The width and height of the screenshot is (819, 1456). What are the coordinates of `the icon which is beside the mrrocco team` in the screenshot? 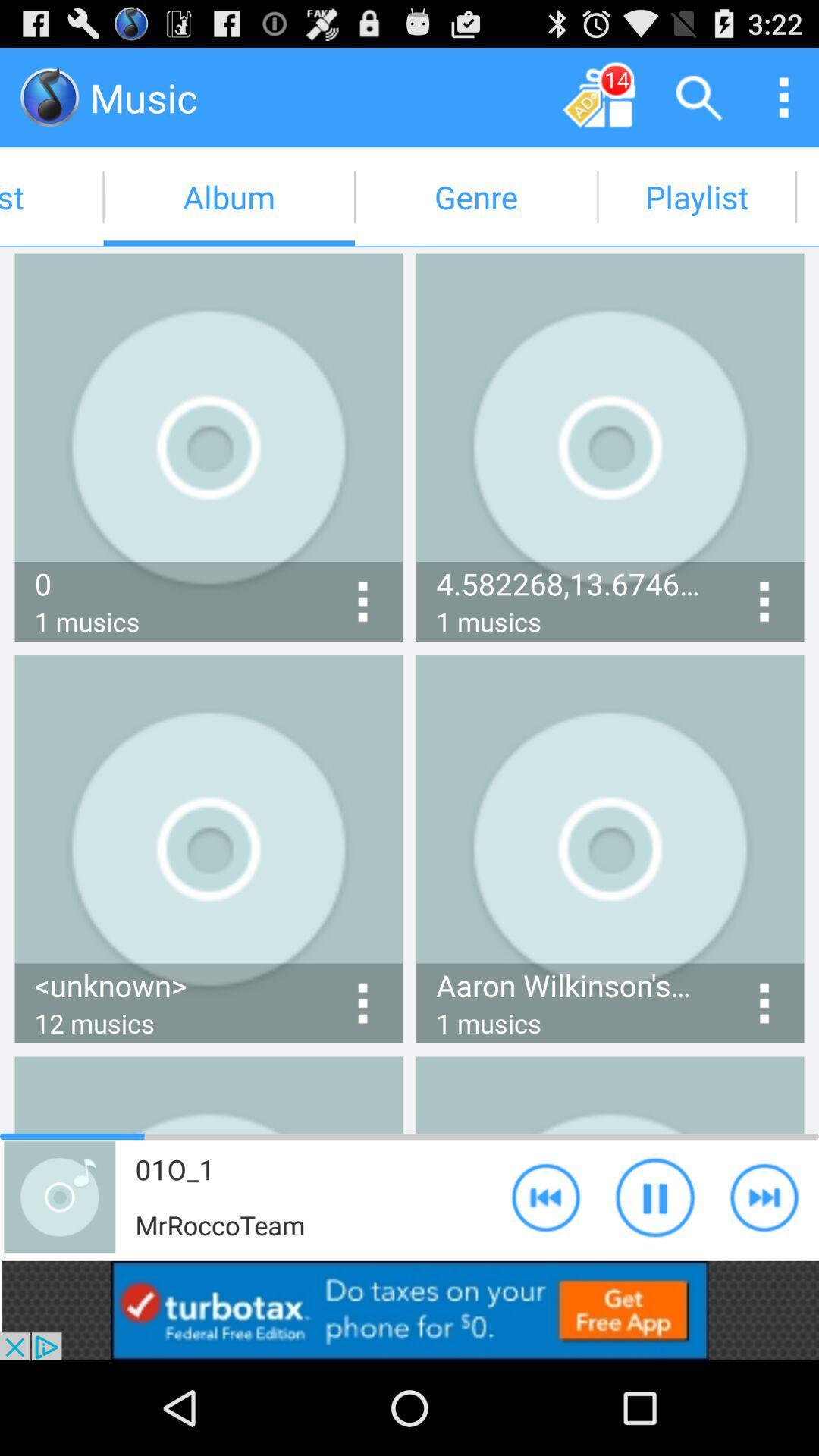 It's located at (58, 1196).